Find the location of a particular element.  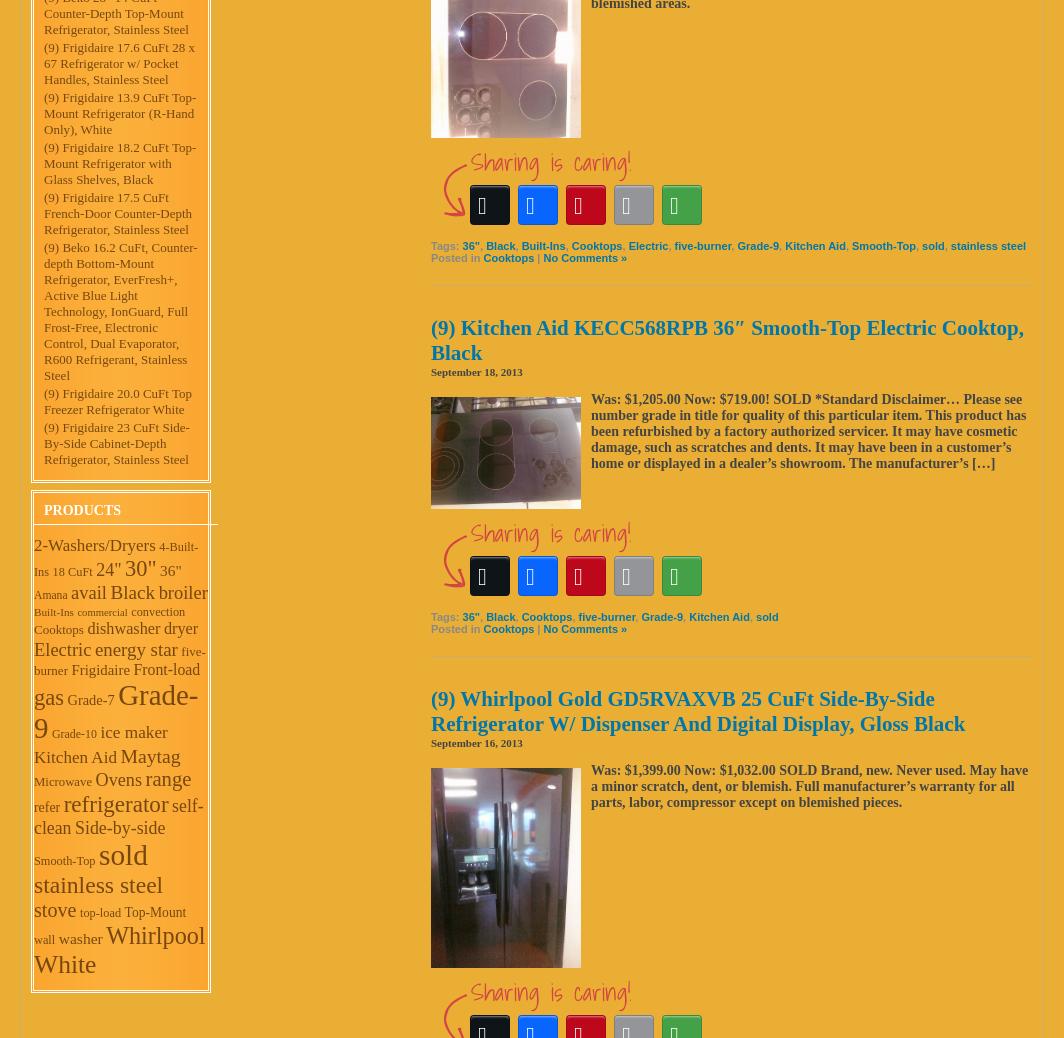

'(9) Frigidaire 18.2 CuFt Top-Mount Refrigerator with Glass Shelves, Black' is located at coordinates (120, 161).